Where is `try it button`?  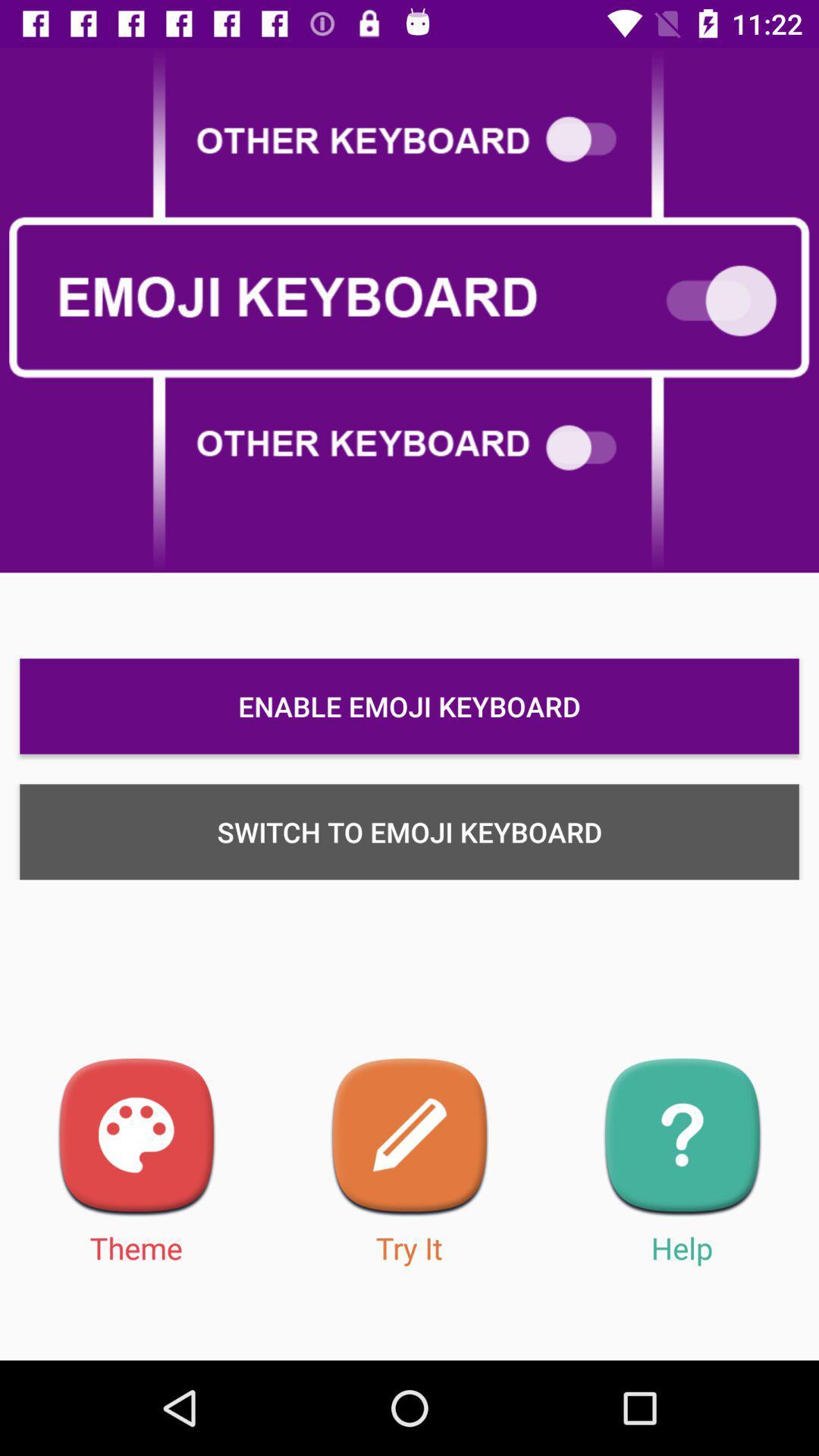 try it button is located at coordinates (409, 1137).